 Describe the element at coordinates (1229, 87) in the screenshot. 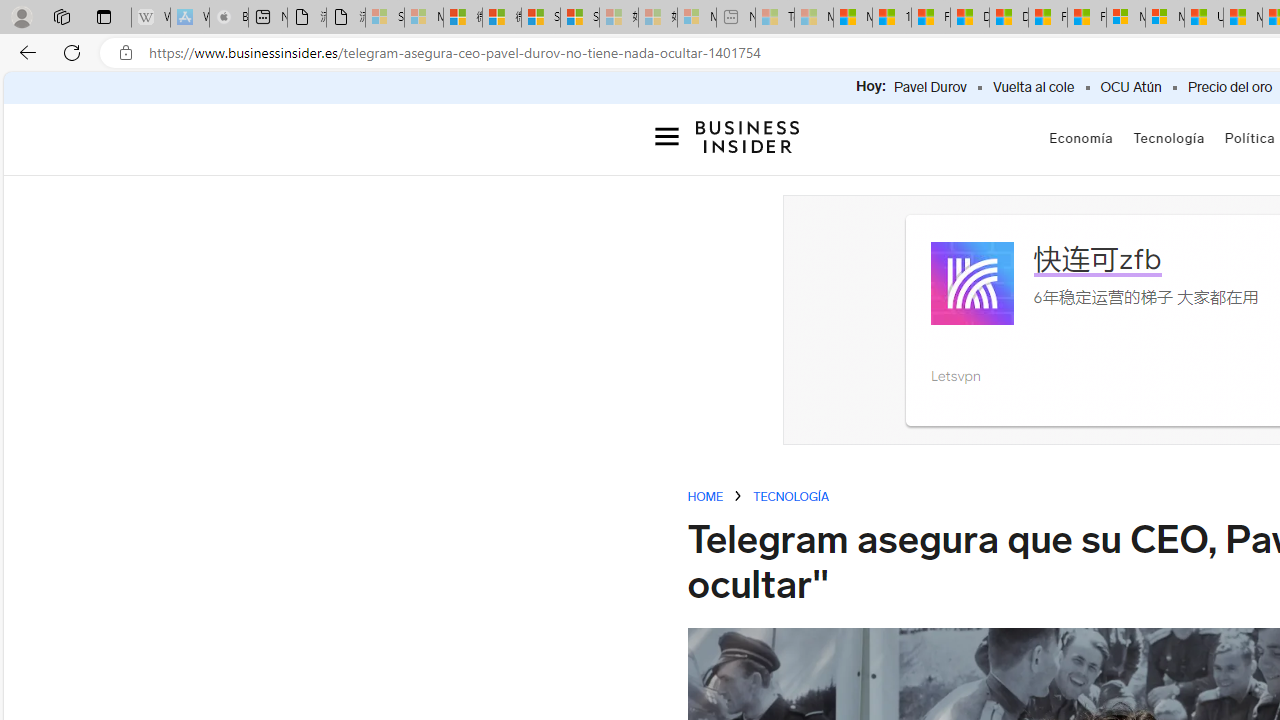

I see `'Precio del oro'` at that location.